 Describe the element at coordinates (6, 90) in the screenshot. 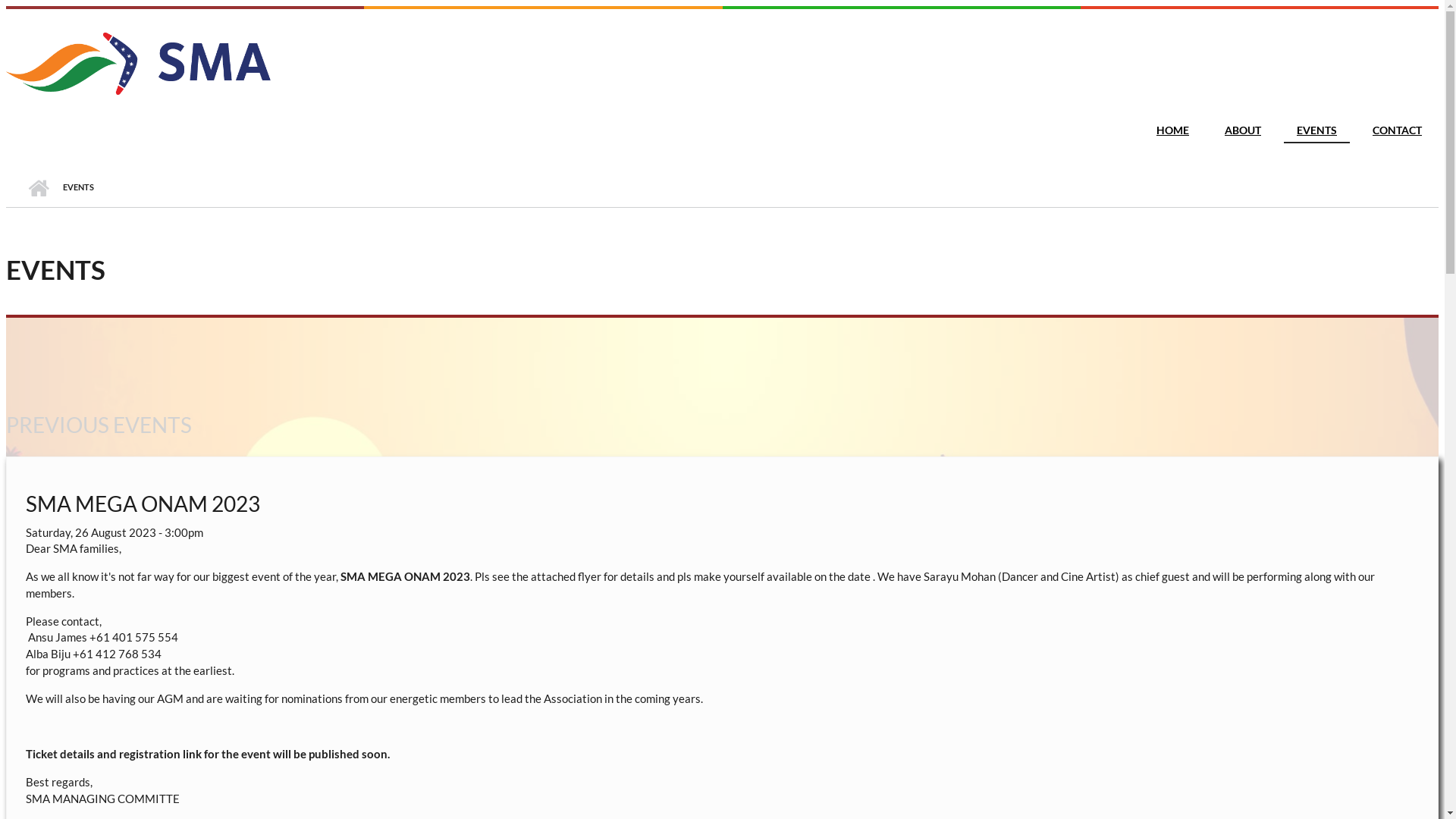

I see `'Home'` at that location.